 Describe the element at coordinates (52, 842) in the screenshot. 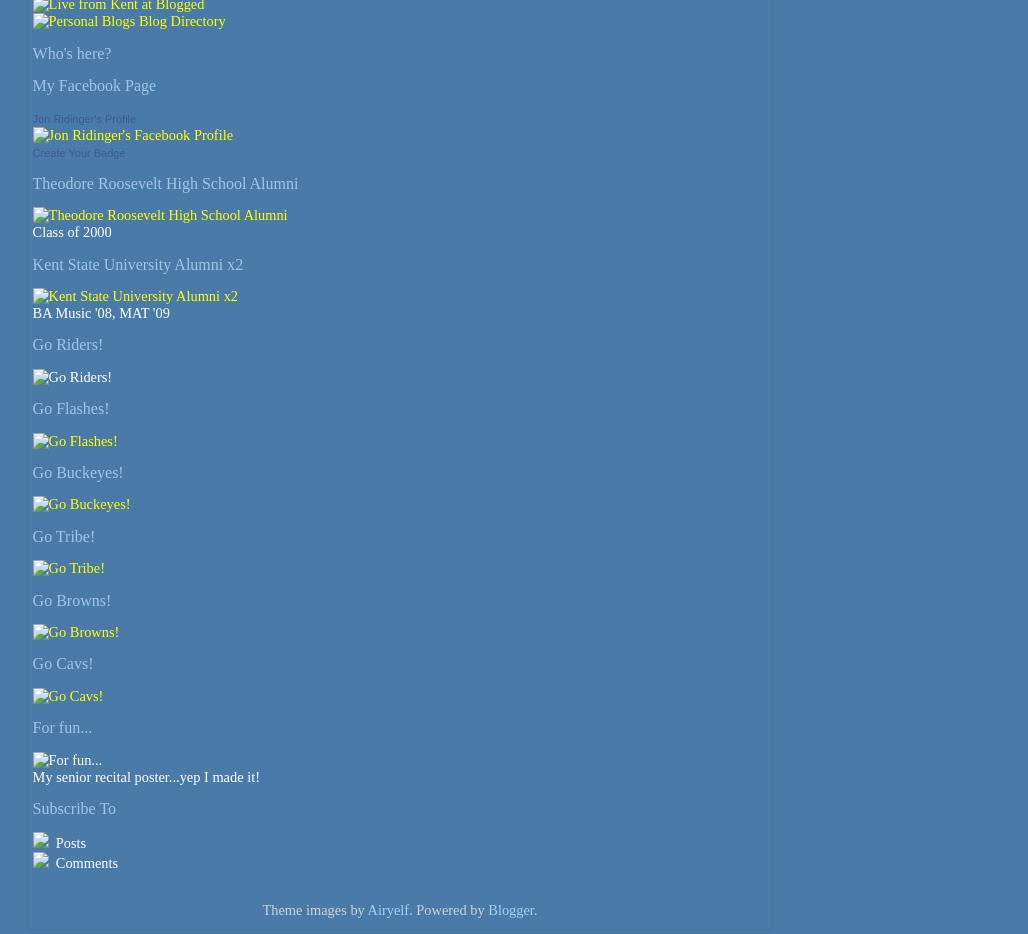

I see `'Posts'` at that location.